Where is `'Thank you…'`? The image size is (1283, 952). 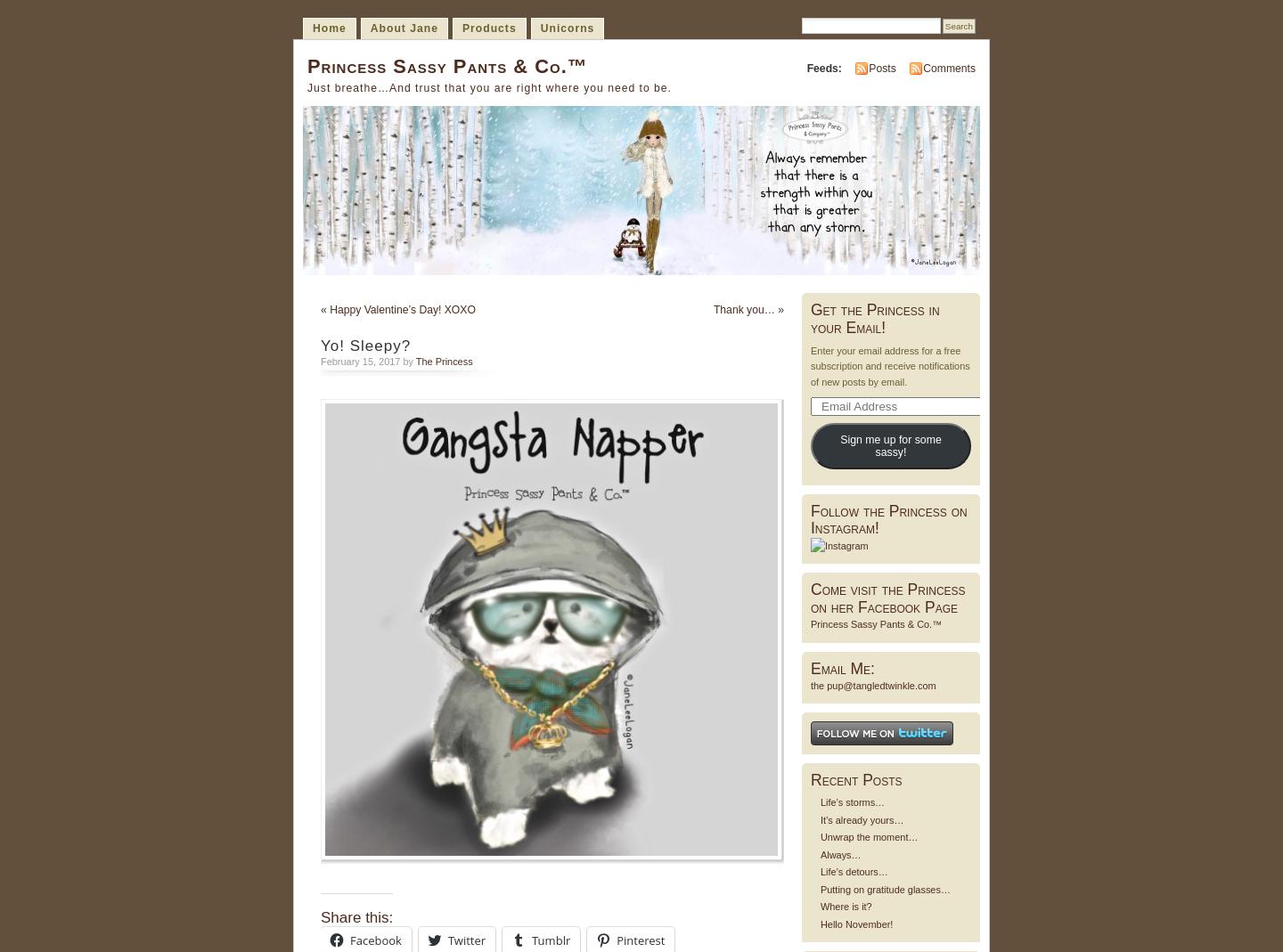 'Thank you…' is located at coordinates (743, 309).